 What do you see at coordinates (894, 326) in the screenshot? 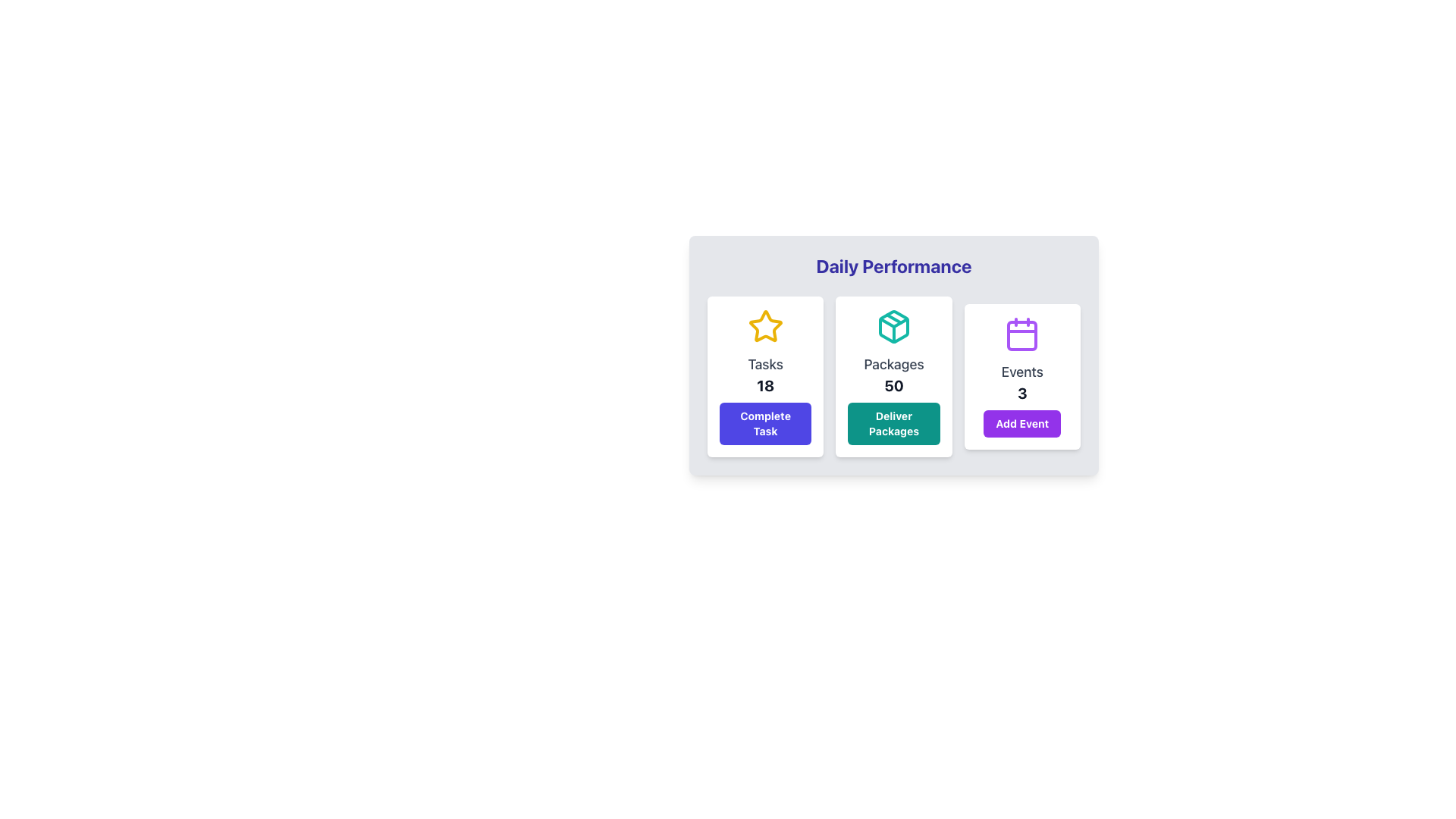
I see `description of the teal package icon located at the center of the 'Packages' card in the 'Daily Performance' interface` at bounding box center [894, 326].